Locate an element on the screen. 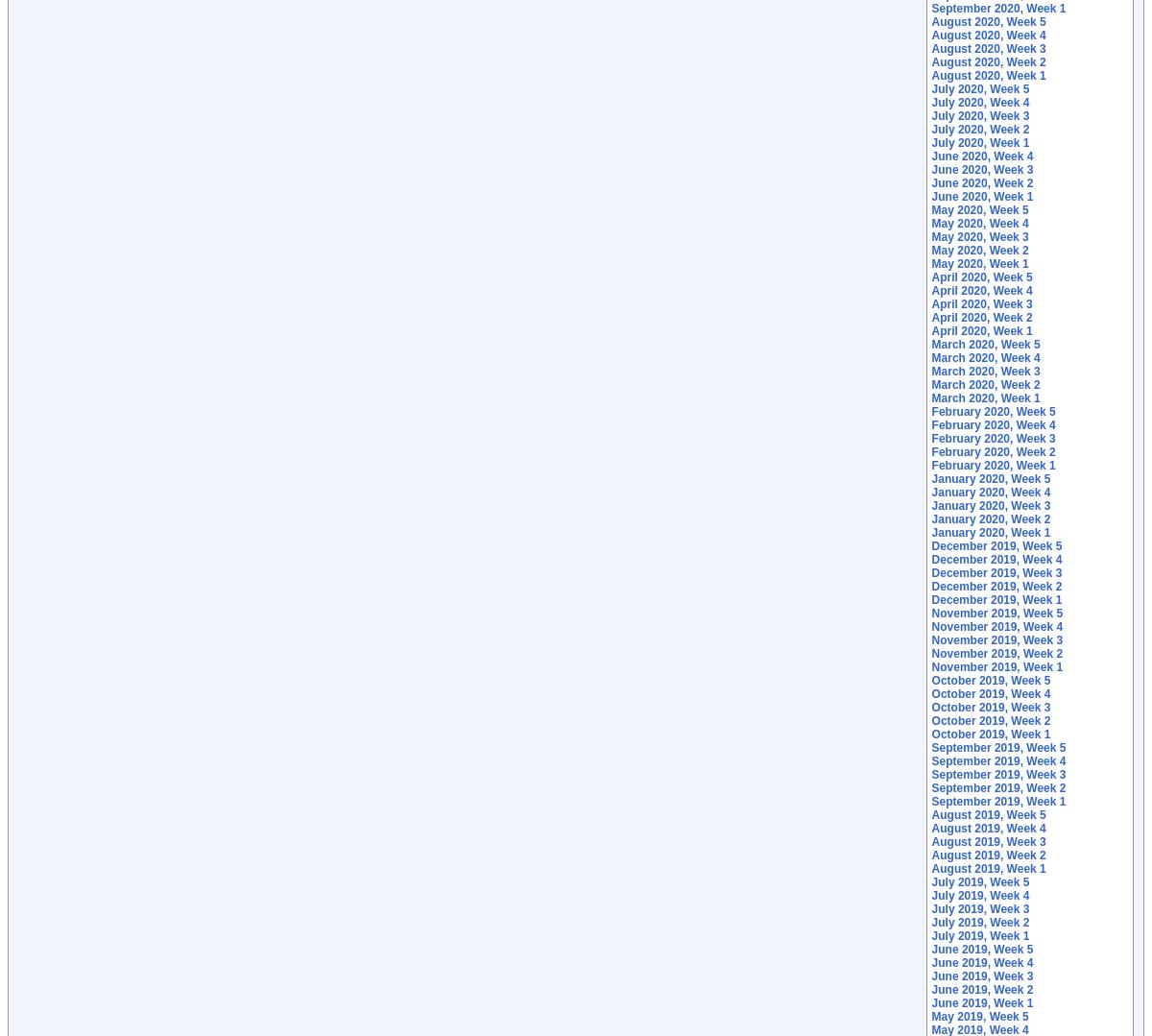 The height and width of the screenshot is (1036, 1152). 'May 2020, Week 2' is located at coordinates (930, 251).